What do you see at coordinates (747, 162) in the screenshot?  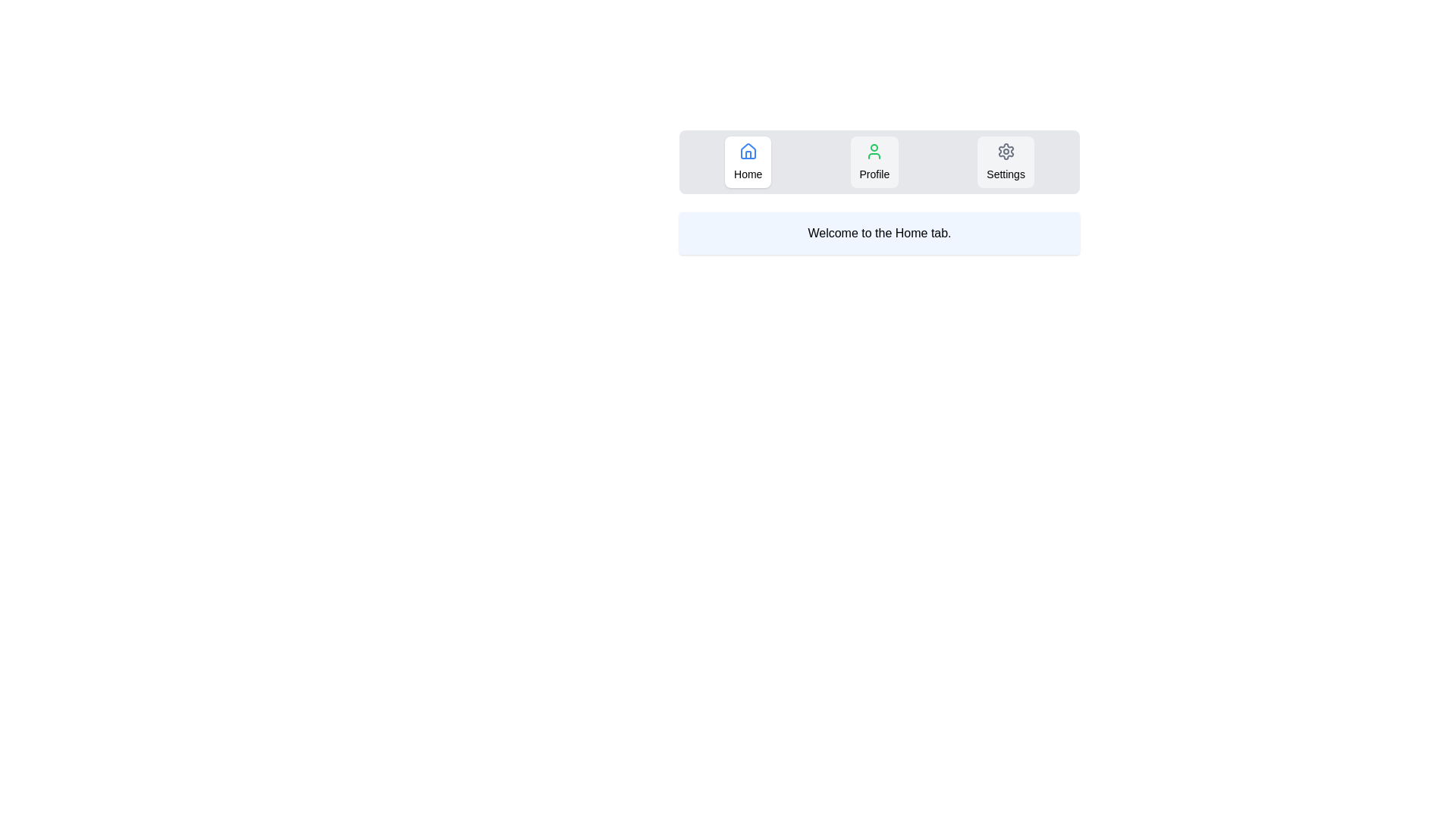 I see `the Home tab to view its hover effect` at bounding box center [747, 162].